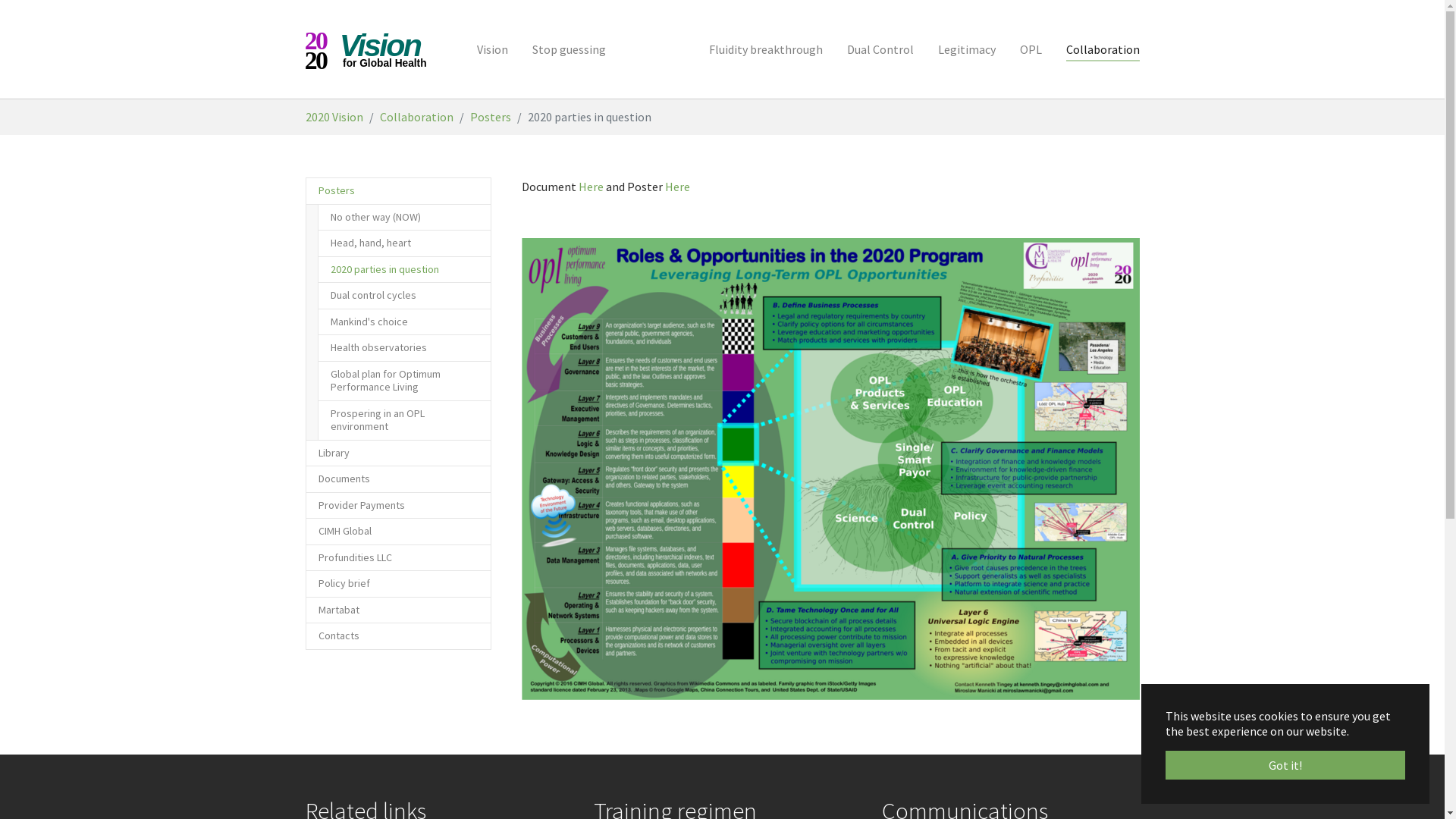 Image resolution: width=1456 pixels, height=819 pixels. What do you see at coordinates (403, 295) in the screenshot?
I see `'Dual control cycles'` at bounding box center [403, 295].